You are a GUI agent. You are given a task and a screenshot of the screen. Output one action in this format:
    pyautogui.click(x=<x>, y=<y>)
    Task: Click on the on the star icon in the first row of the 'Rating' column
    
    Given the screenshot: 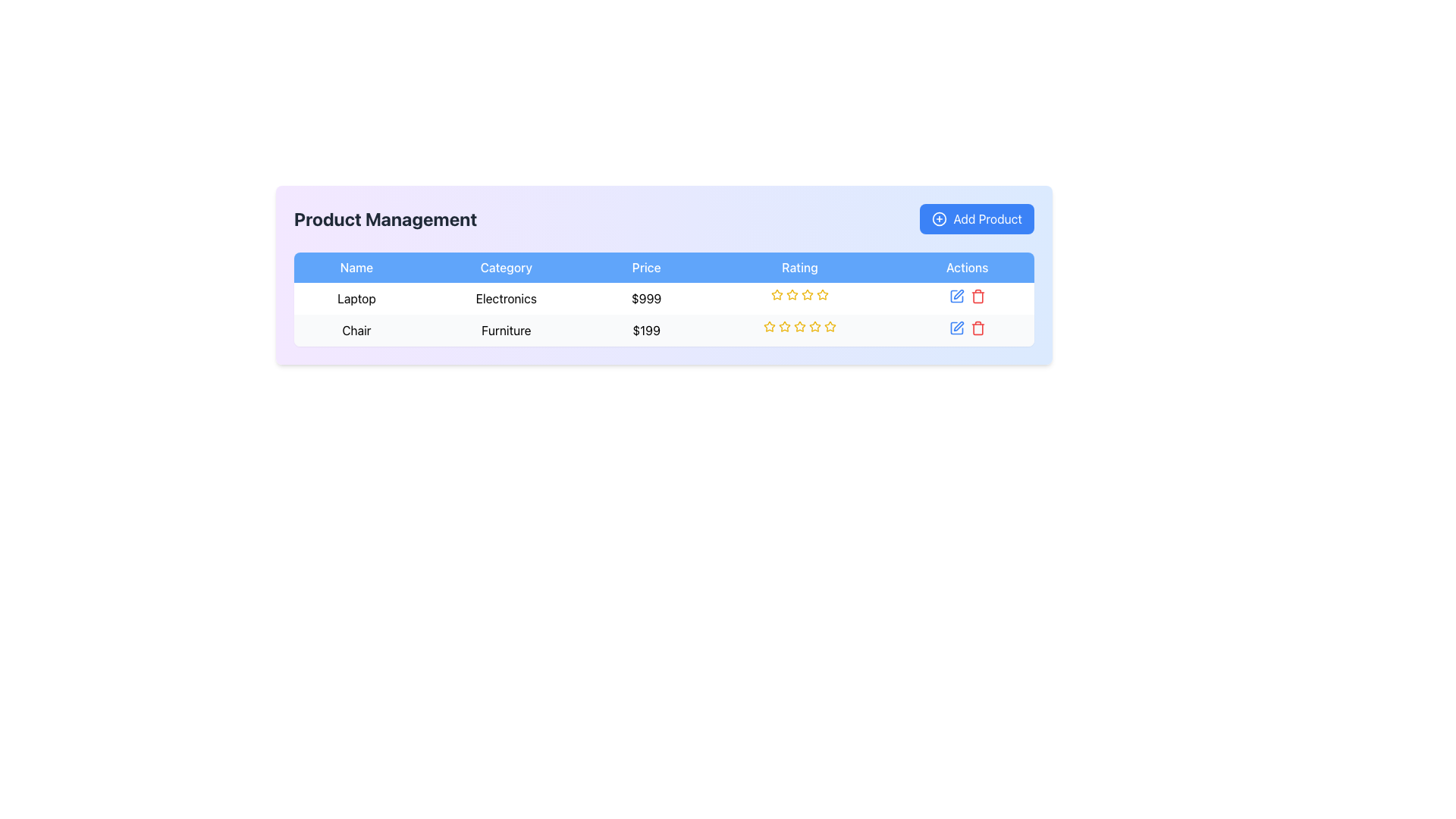 What is the action you would take?
    pyautogui.click(x=821, y=294)
    